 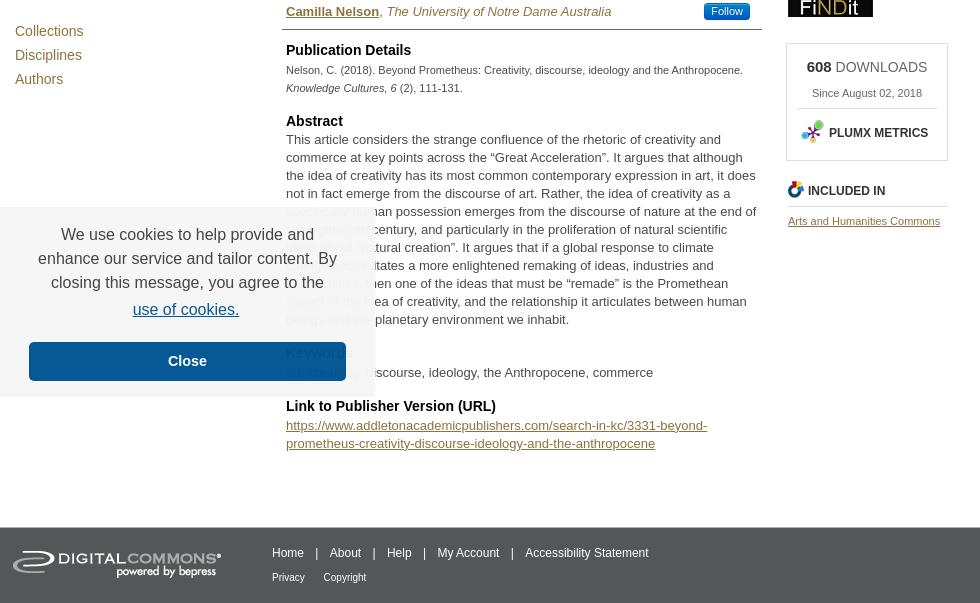 What do you see at coordinates (382, 11) in the screenshot?
I see `','` at bounding box center [382, 11].